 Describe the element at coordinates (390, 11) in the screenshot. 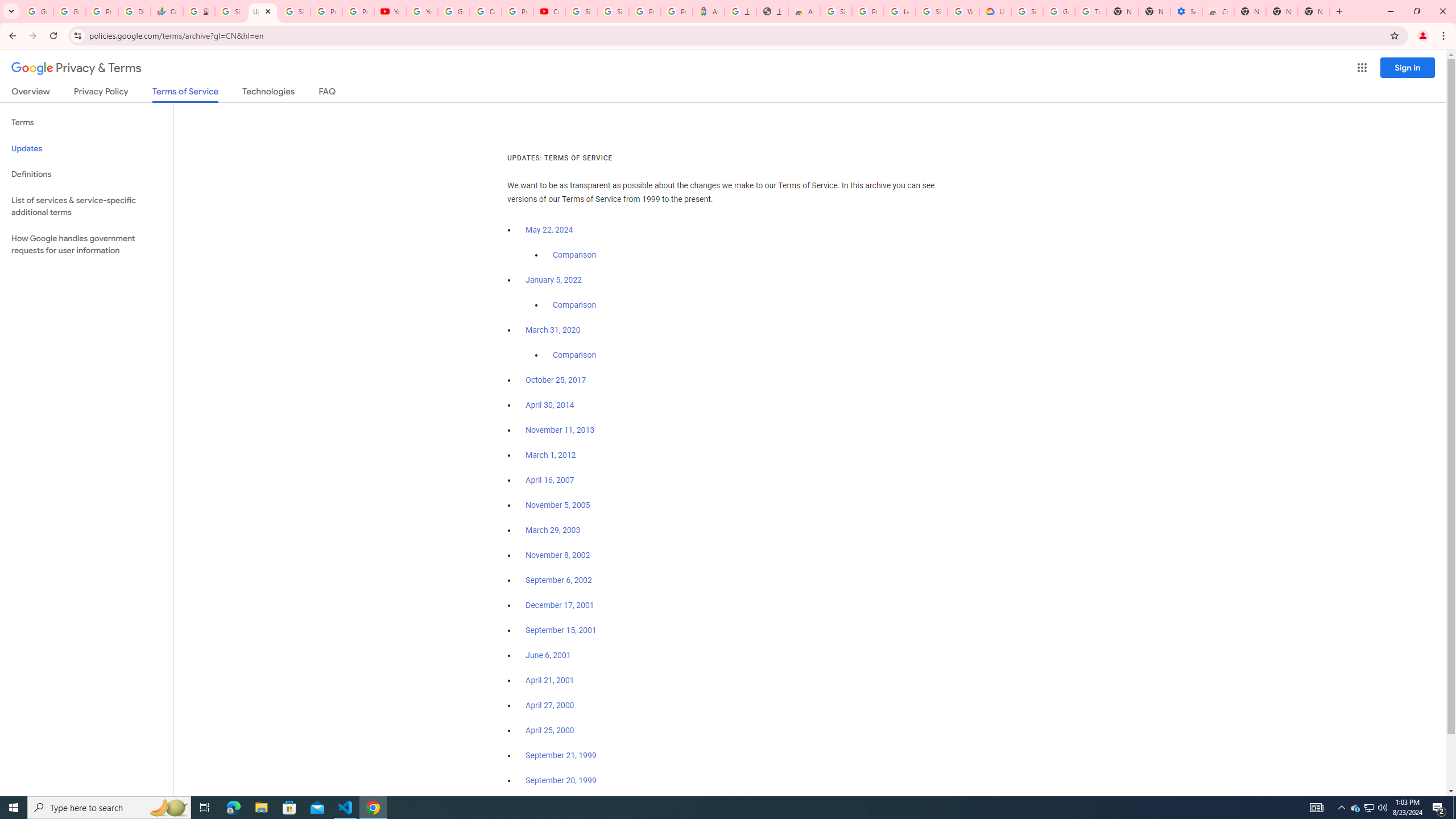

I see `'YouTube'` at that location.